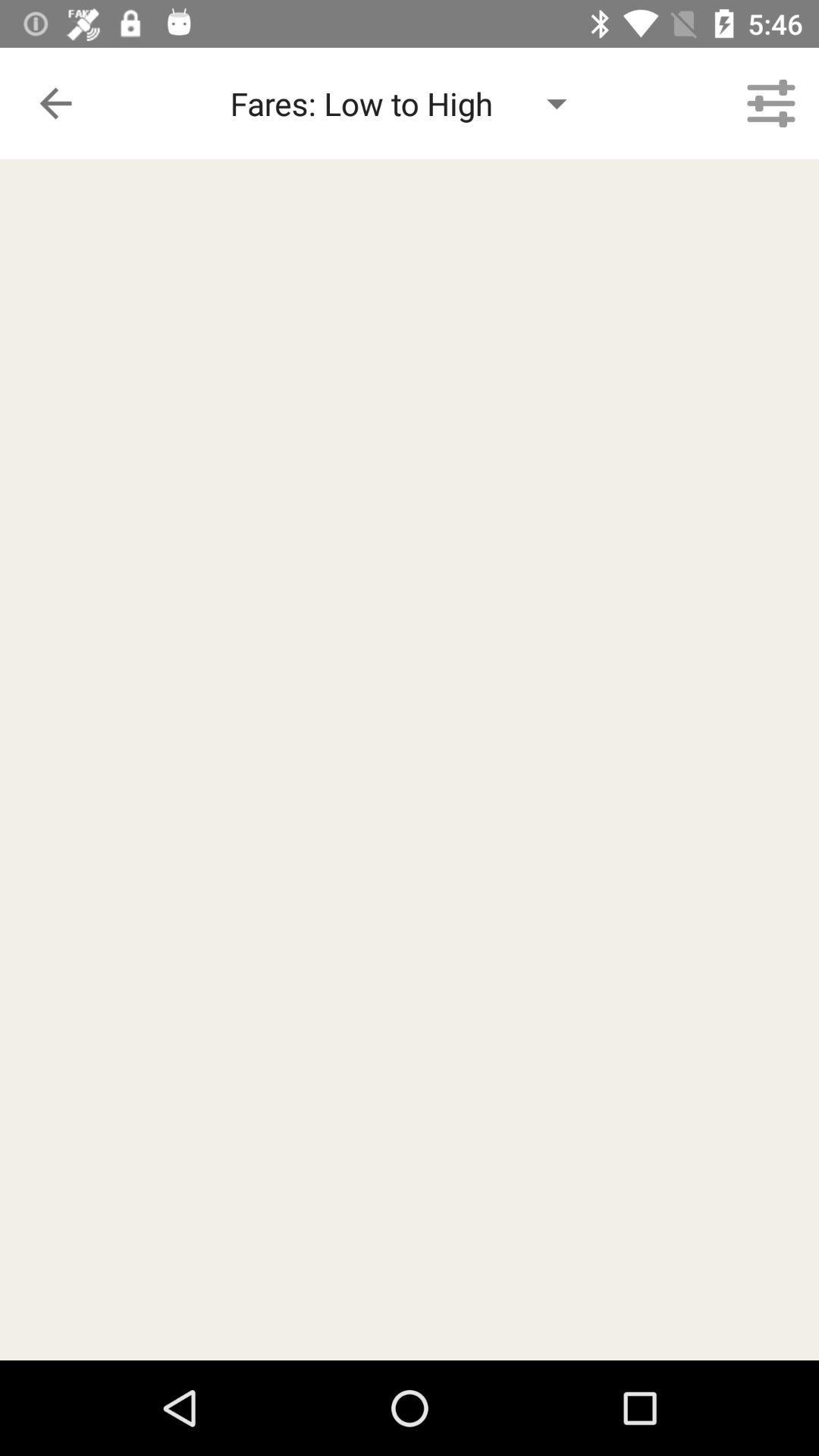 This screenshot has width=819, height=1456. I want to click on item to the left of the fares low to icon, so click(55, 102).